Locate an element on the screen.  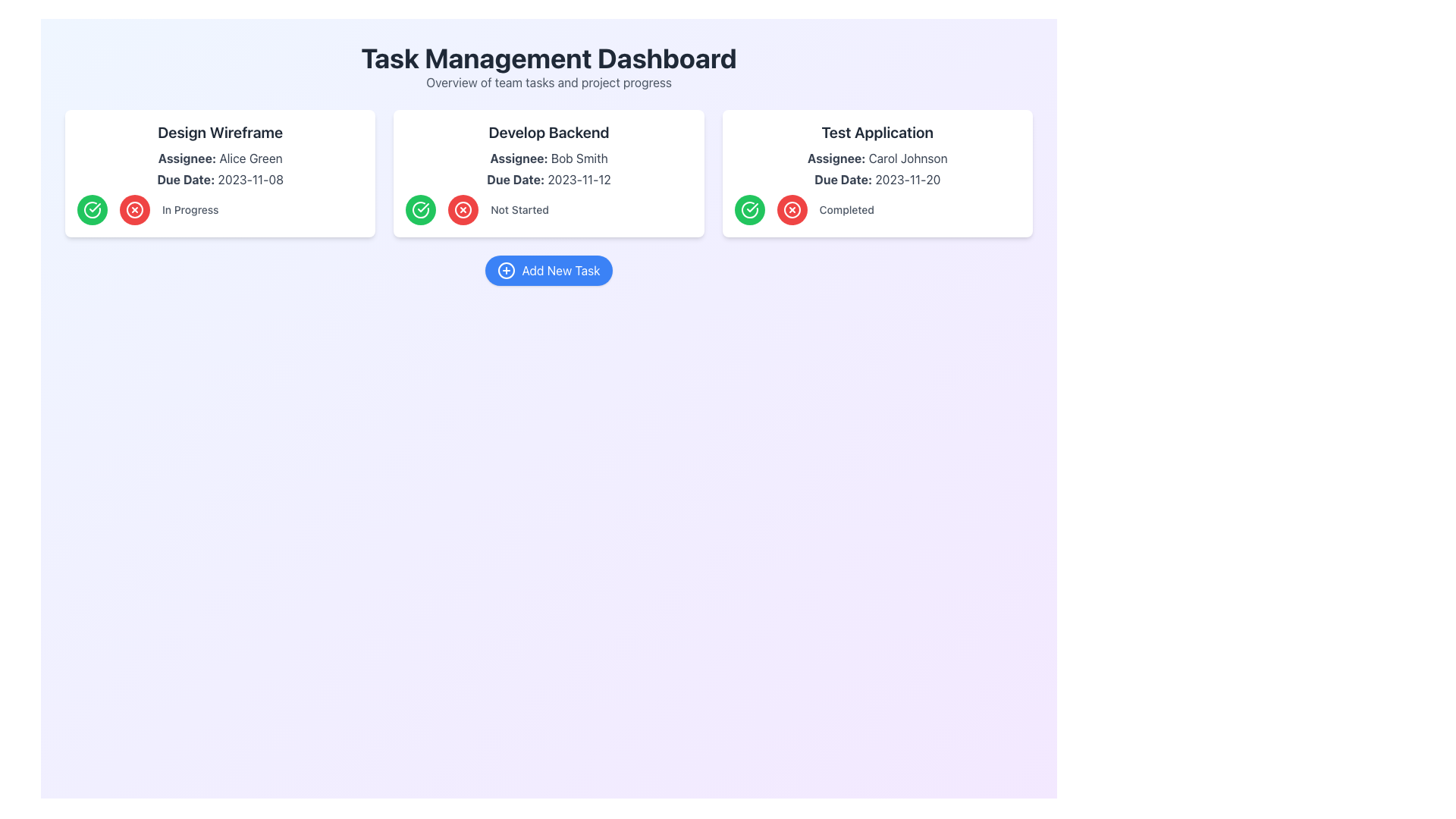
the text label displaying the name of the individual assigned to the task in the 'Test Application' task card, which is positioned below the card's title and above the due date text is located at coordinates (877, 158).